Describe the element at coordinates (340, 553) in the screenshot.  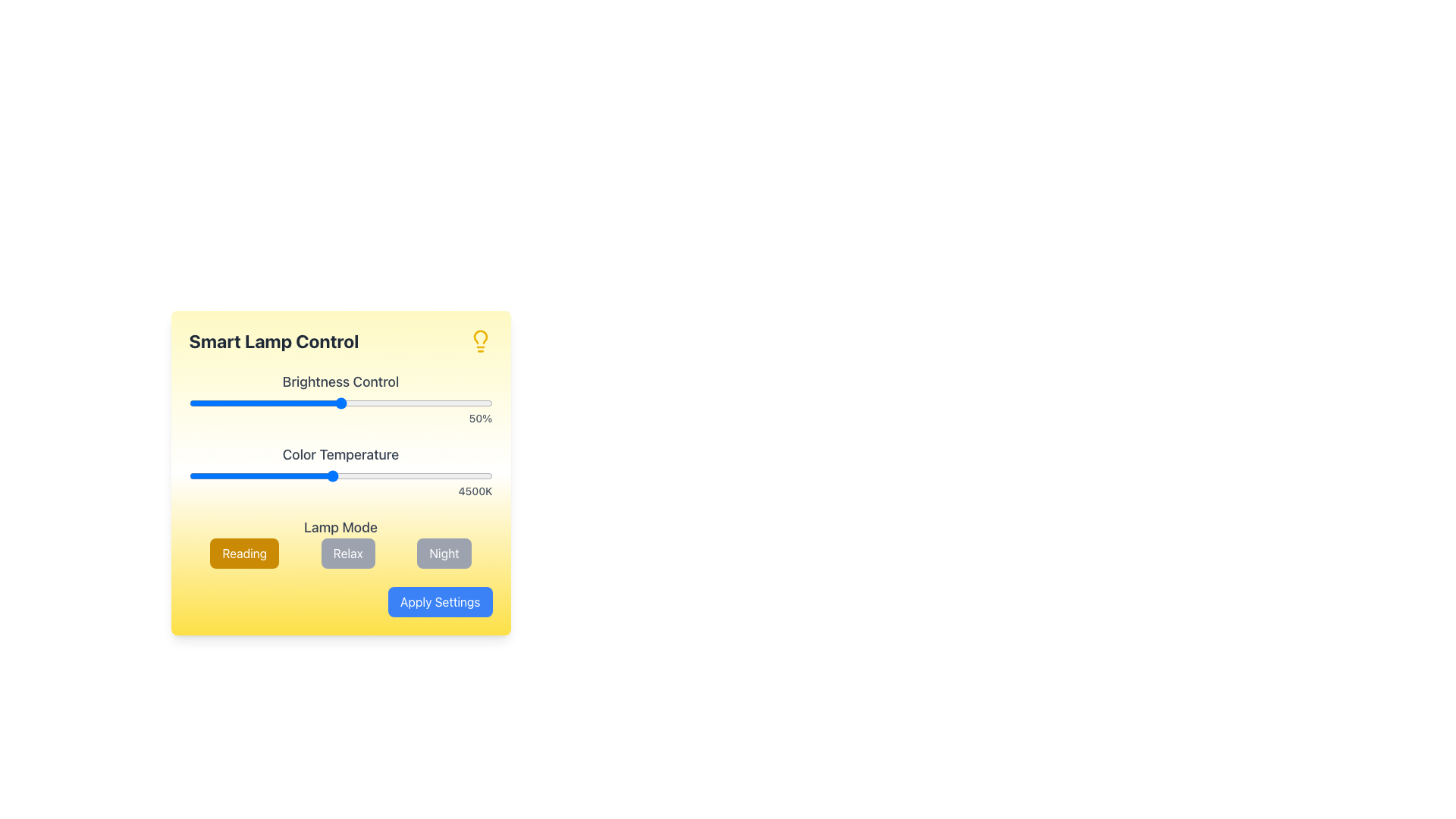
I see `the 'Relax' button, which is the second button in the 'Lamp Mode' section, distinguished by its gray background and white text` at that location.